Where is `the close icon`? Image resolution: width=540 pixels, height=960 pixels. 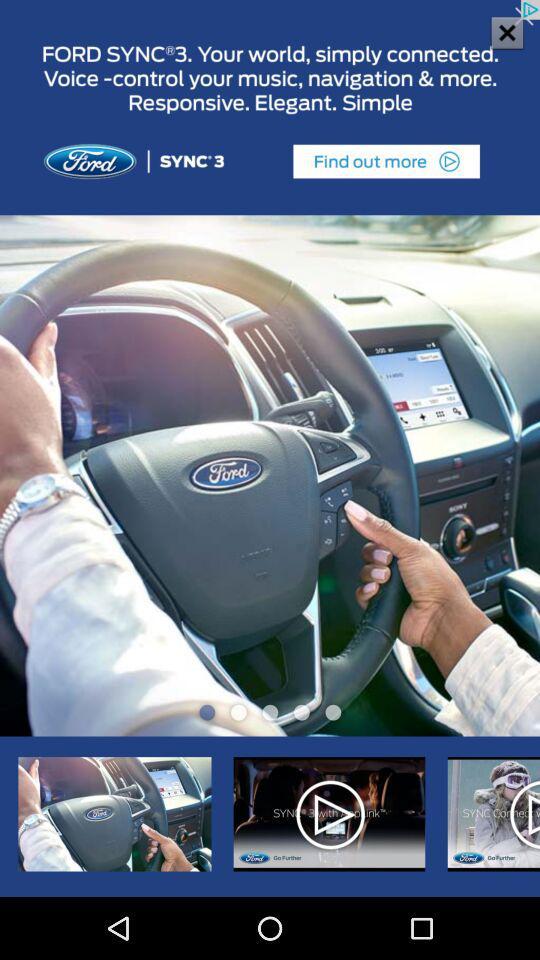 the close icon is located at coordinates (507, 34).